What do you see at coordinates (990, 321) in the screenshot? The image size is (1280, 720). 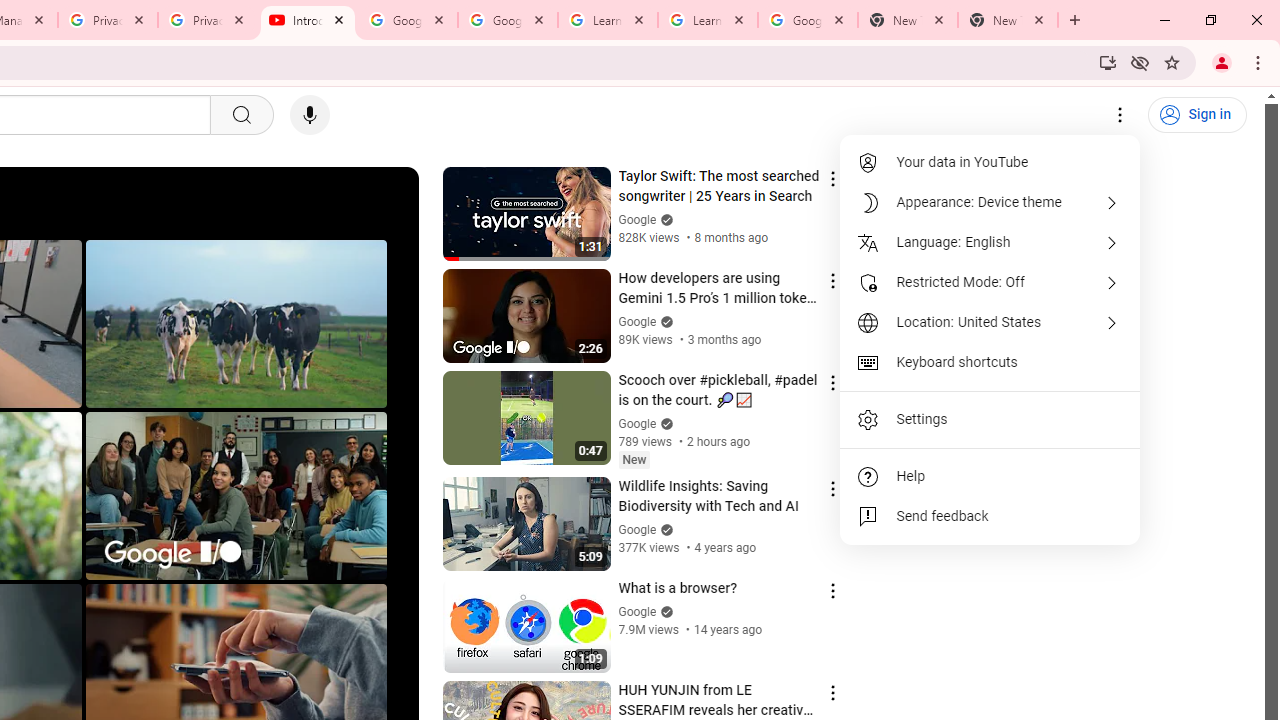 I see `'Location: United States'` at bounding box center [990, 321].